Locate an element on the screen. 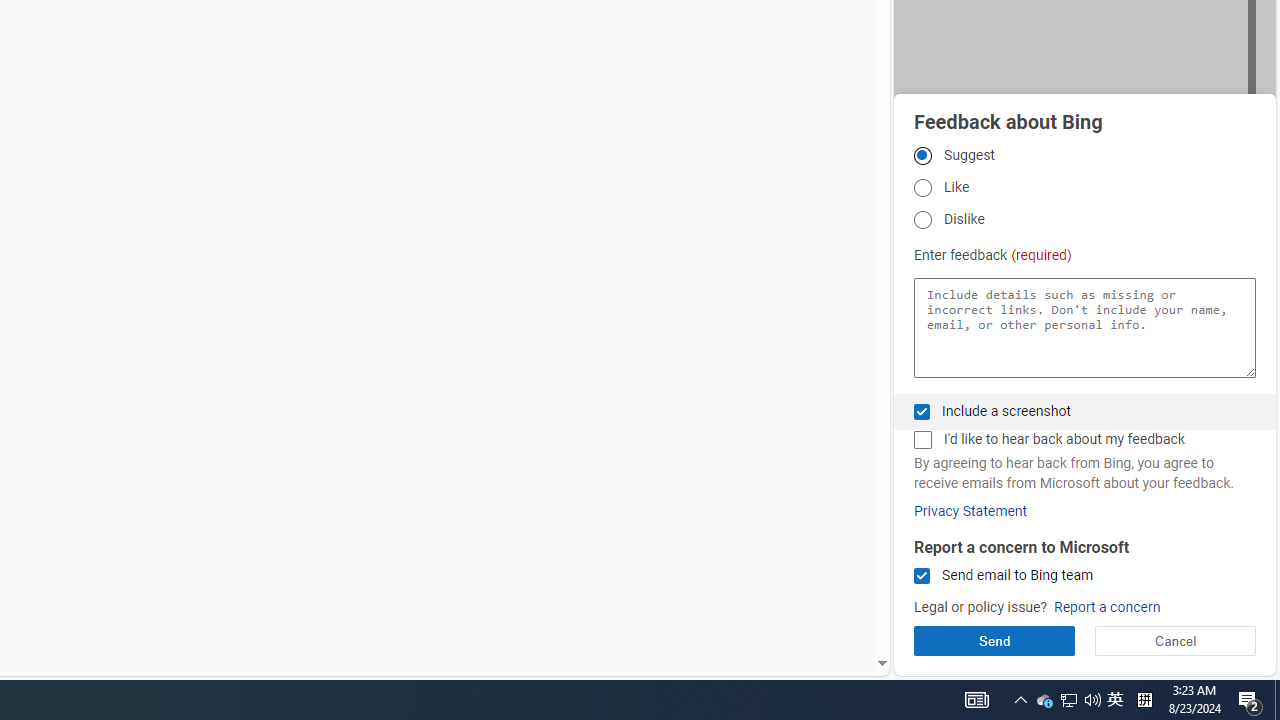  'Privacy Statement' is located at coordinates (970, 510).